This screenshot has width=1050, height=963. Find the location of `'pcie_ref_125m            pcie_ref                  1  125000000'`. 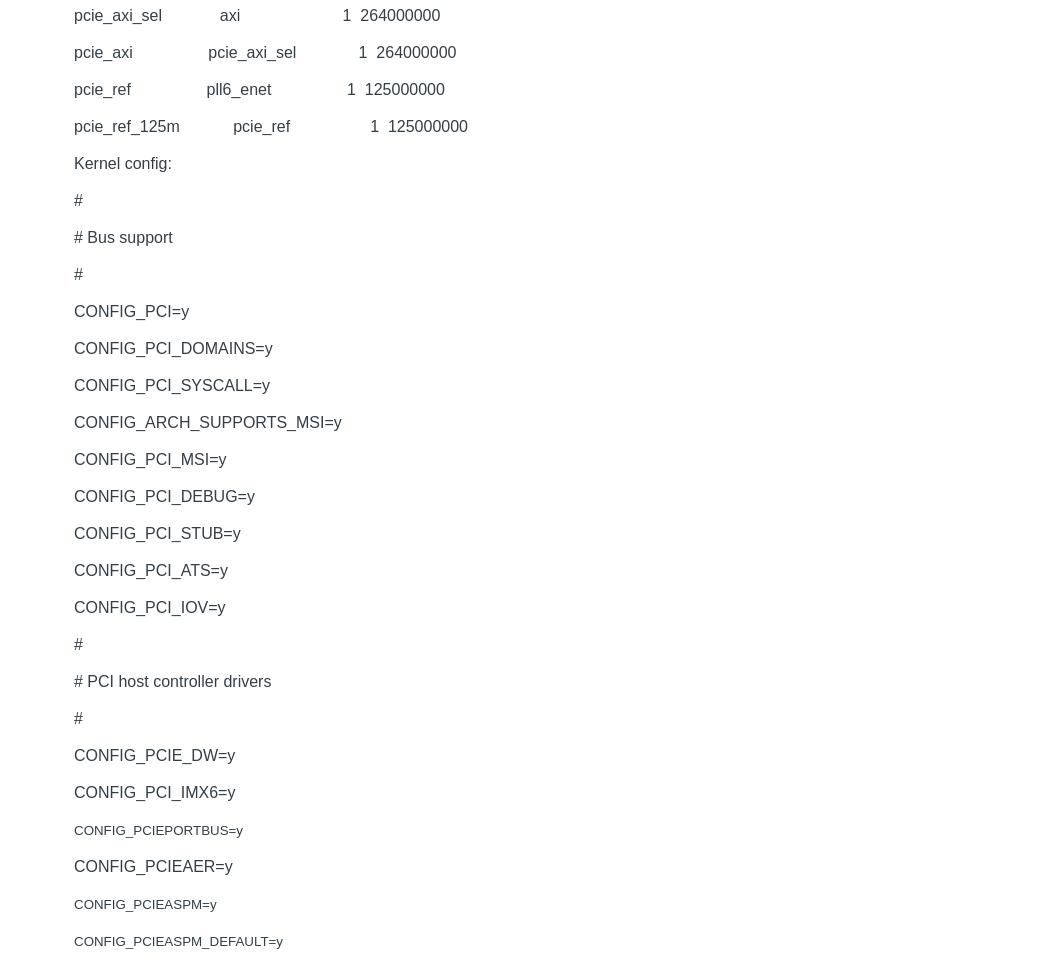

'pcie_ref_125m            pcie_ref                  1  125000000' is located at coordinates (270, 125).